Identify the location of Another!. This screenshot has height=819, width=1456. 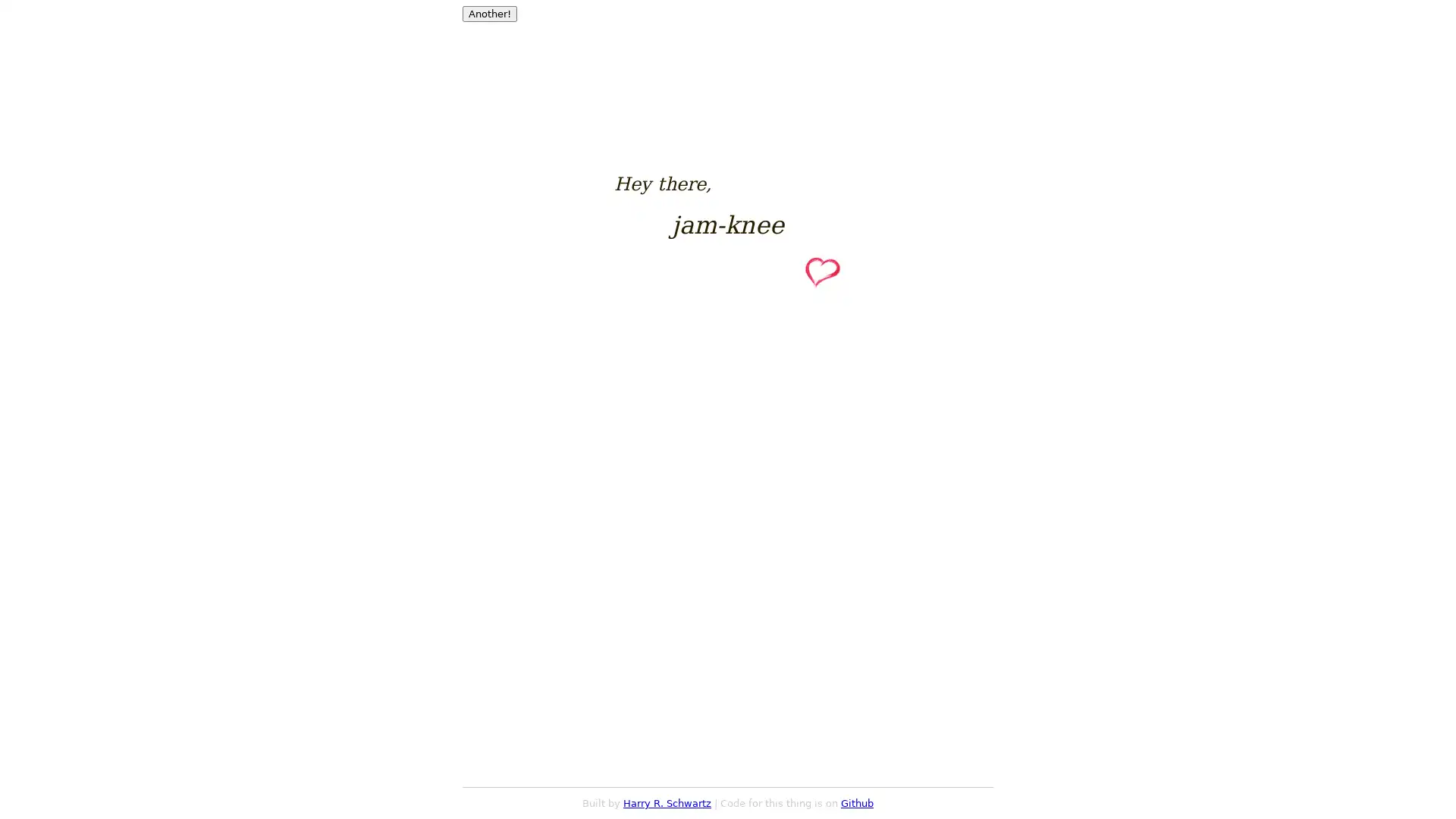
(490, 14).